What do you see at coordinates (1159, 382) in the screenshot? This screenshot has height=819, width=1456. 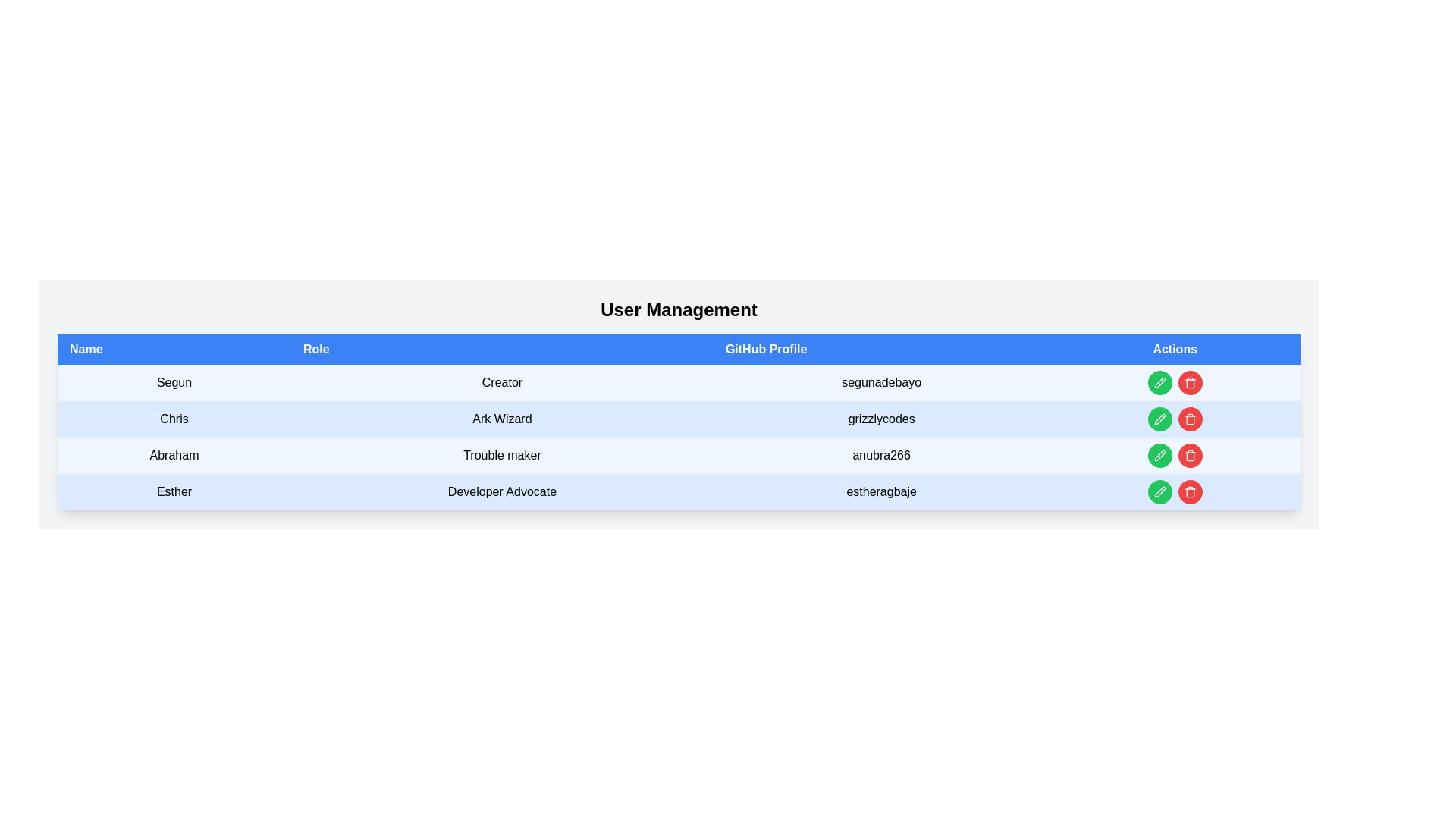 I see `the edit button located in the 'Actions' column of the first row to observe its darker shade of green` at bounding box center [1159, 382].